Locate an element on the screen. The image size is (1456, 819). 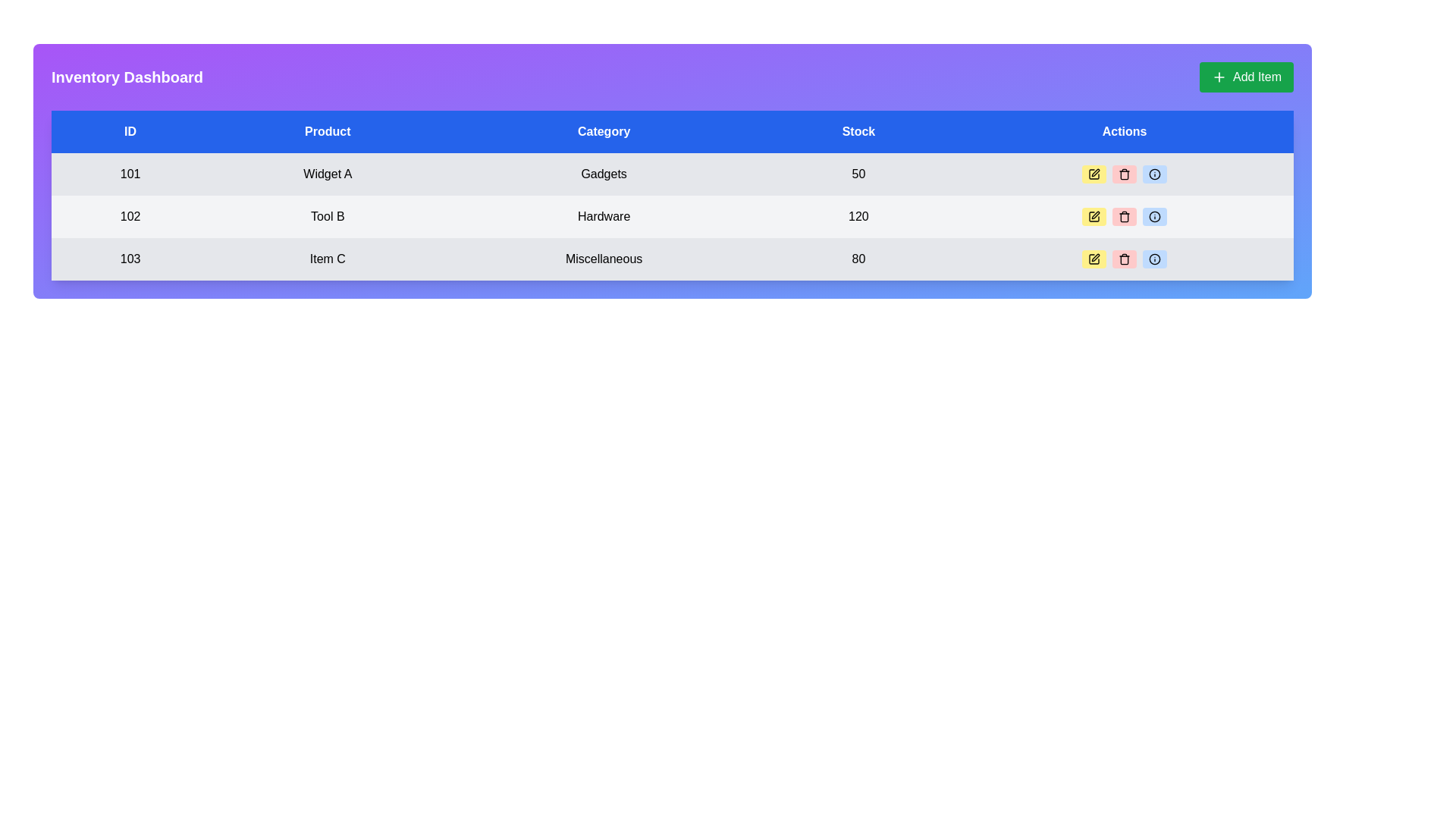
the information icon button located in the 'Actions' column of the third row of the table is located at coordinates (1153, 216).